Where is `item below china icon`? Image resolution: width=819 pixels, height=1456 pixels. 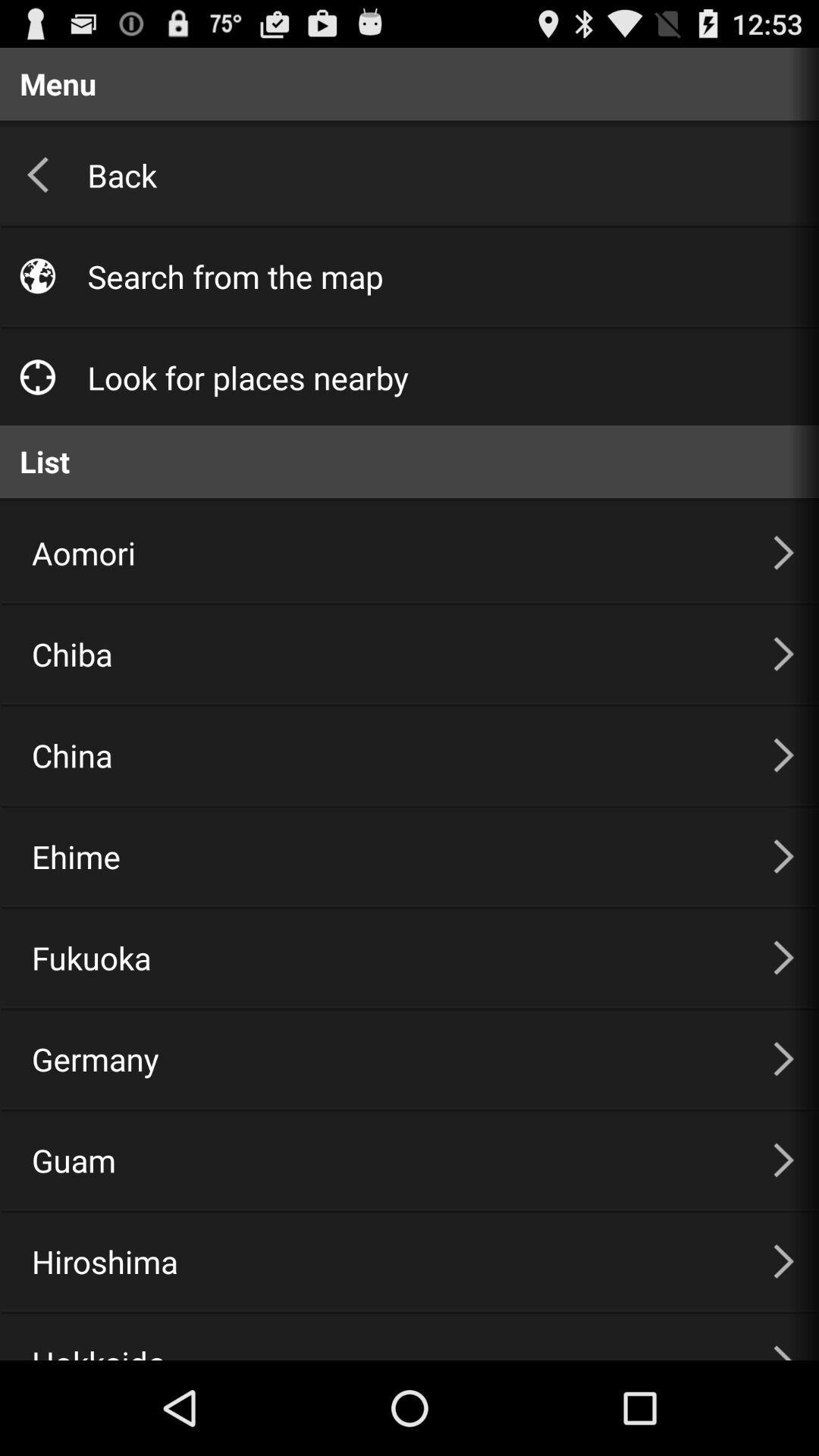 item below china icon is located at coordinates (383, 856).